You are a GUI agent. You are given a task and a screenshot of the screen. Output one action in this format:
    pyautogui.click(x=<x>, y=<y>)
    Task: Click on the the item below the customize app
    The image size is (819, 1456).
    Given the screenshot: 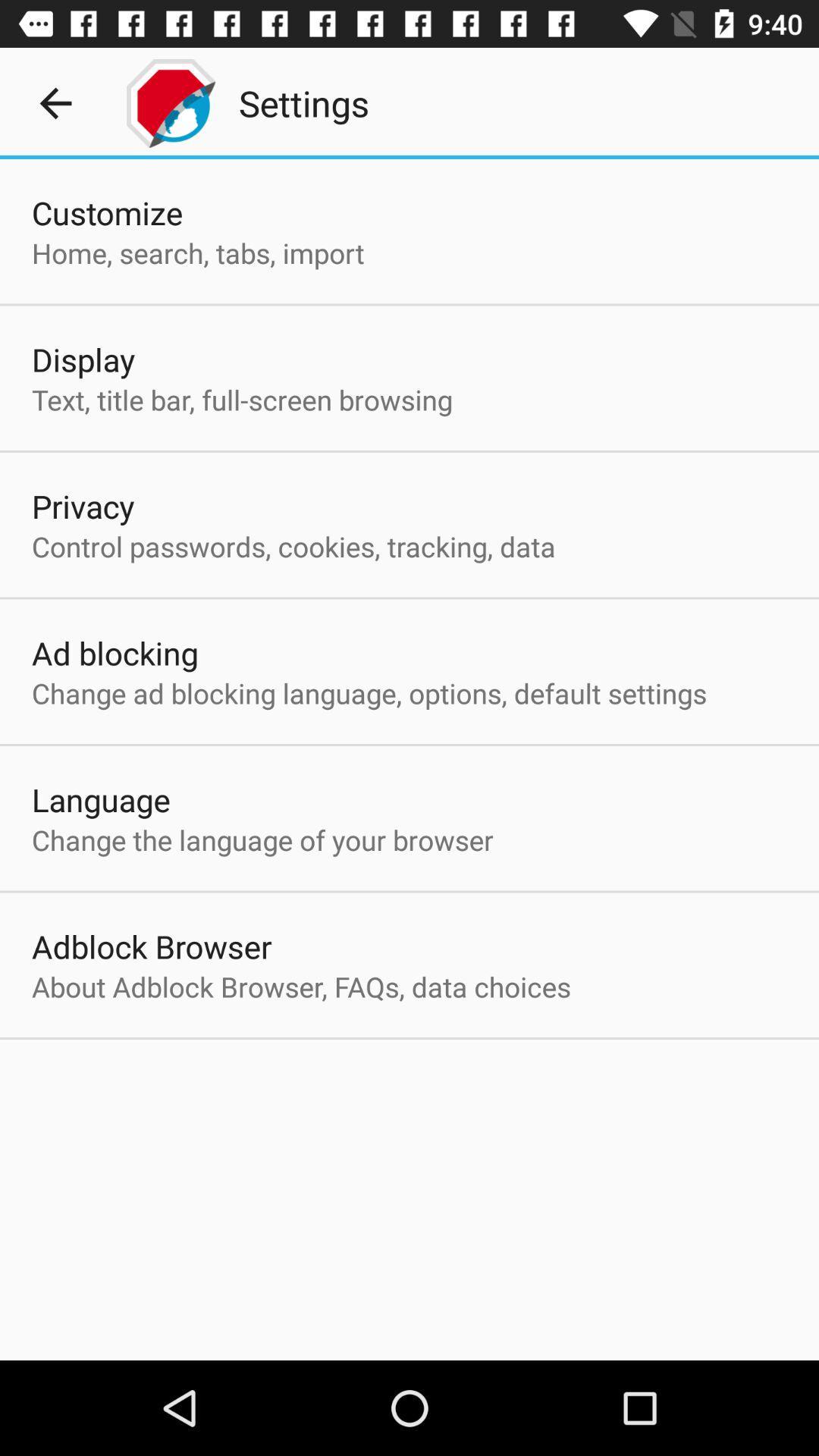 What is the action you would take?
    pyautogui.click(x=197, y=253)
    